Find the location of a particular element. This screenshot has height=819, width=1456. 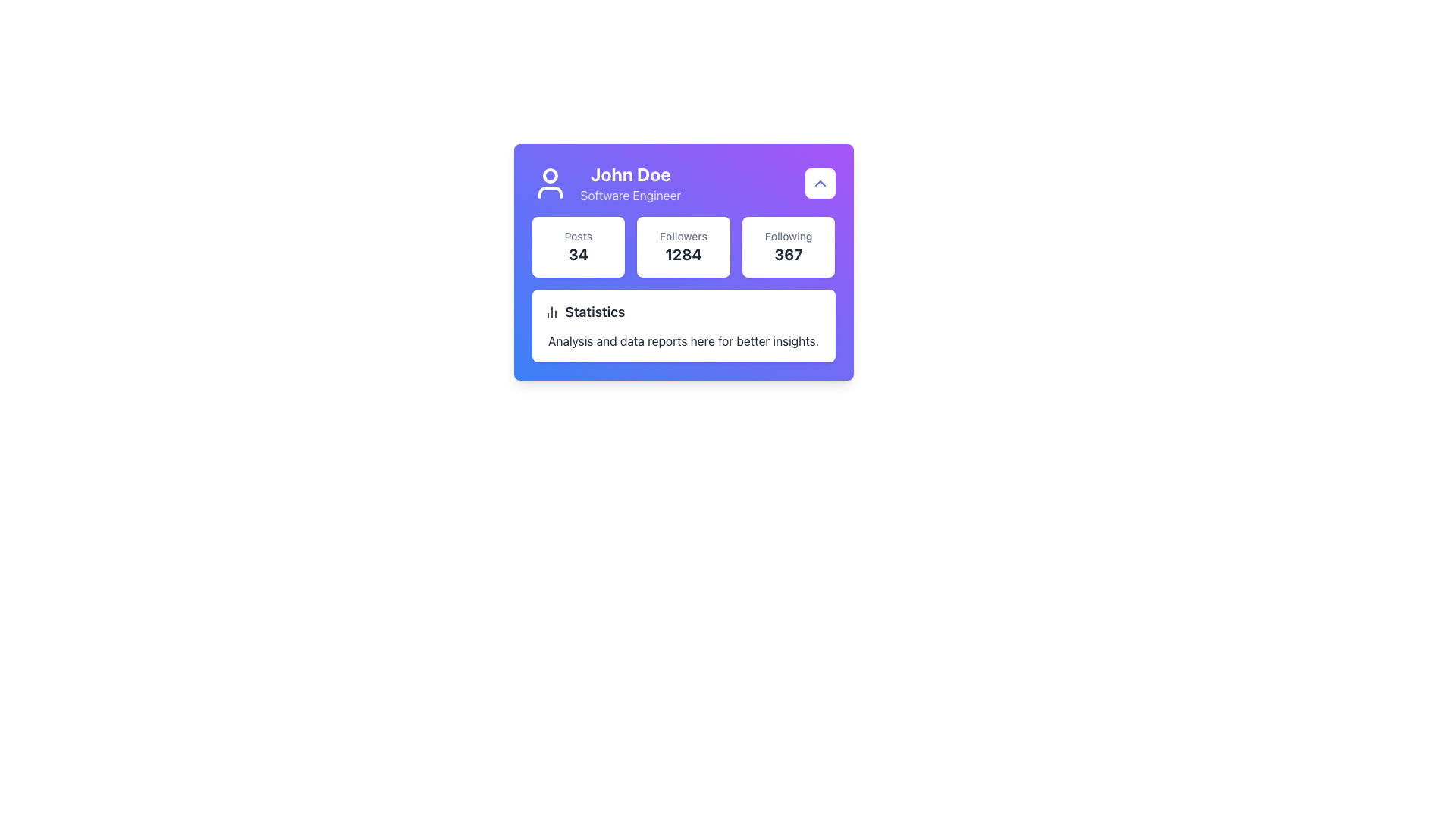

the Card Content Panel displaying the follower count, located centrally in the profile card layout between 'Posts' and 'Following' is located at coordinates (682, 246).